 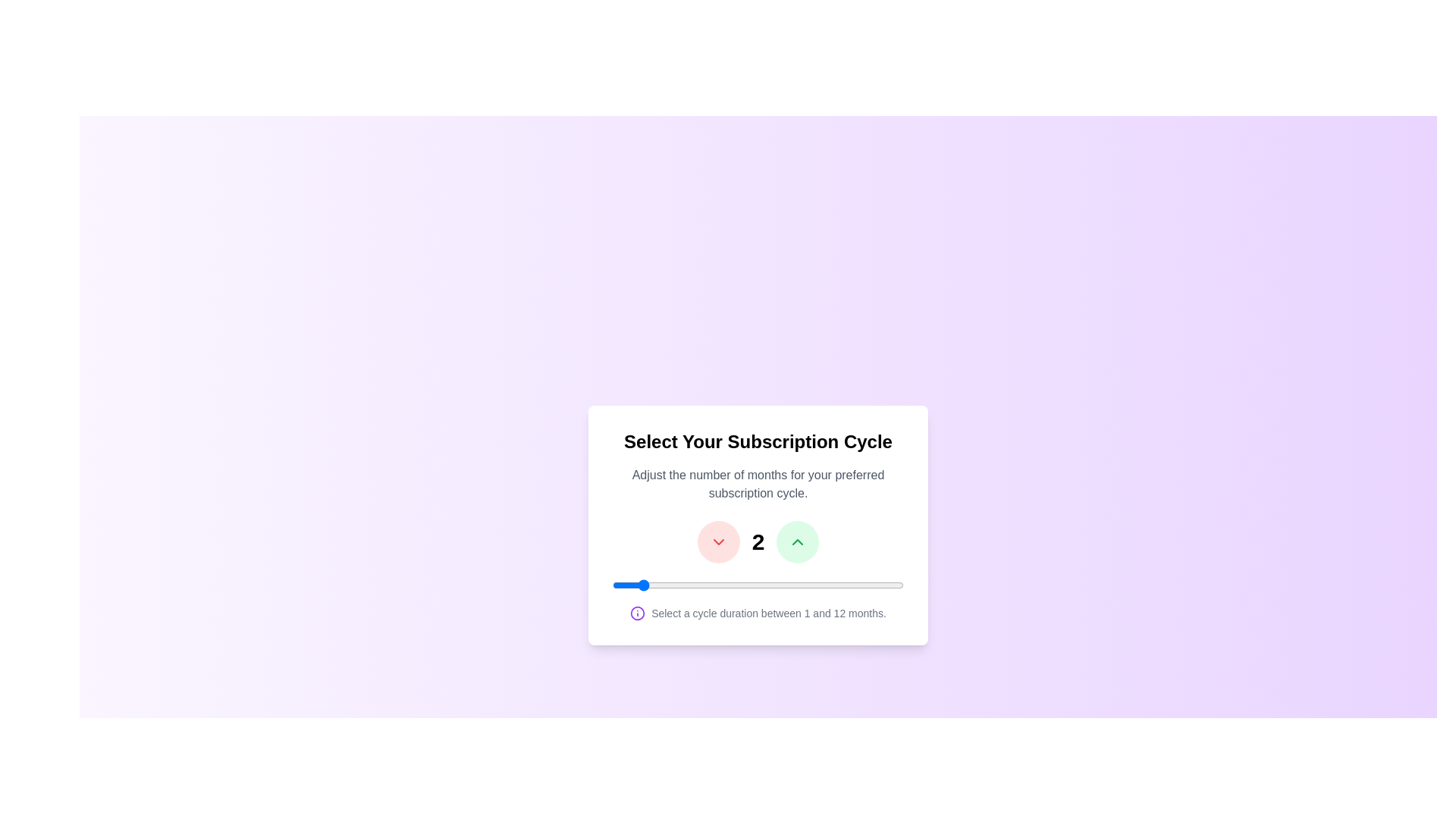 What do you see at coordinates (638, 613) in the screenshot?
I see `the circular purple-bordered information icon containing an 'i' symbol, located to the left of the text 'Select a cycle duration between 1 and 12 months.'` at bounding box center [638, 613].